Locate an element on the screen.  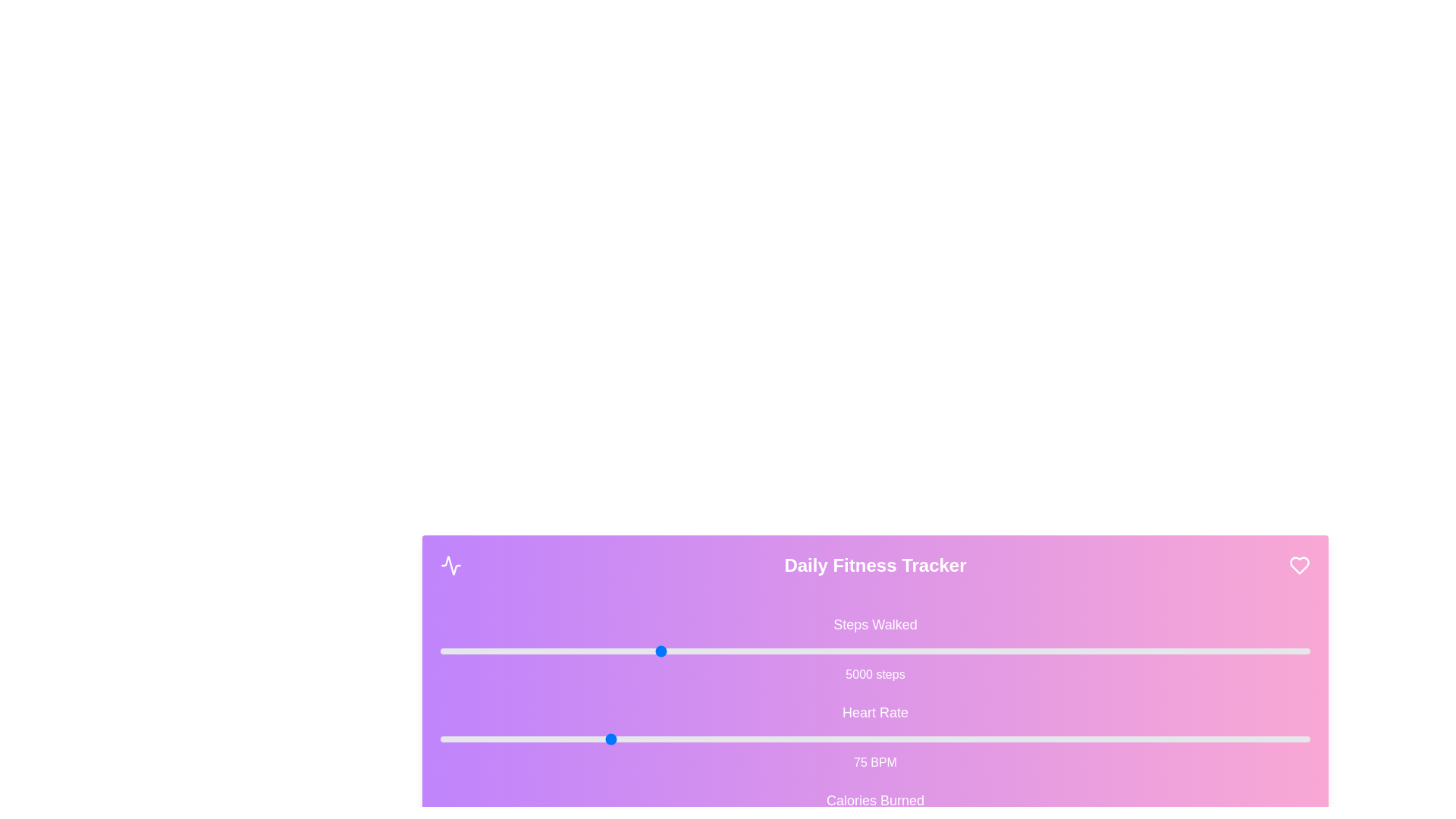
the 'Heart Rate' slider to 147 BPM is located at coordinates (1088, 739).